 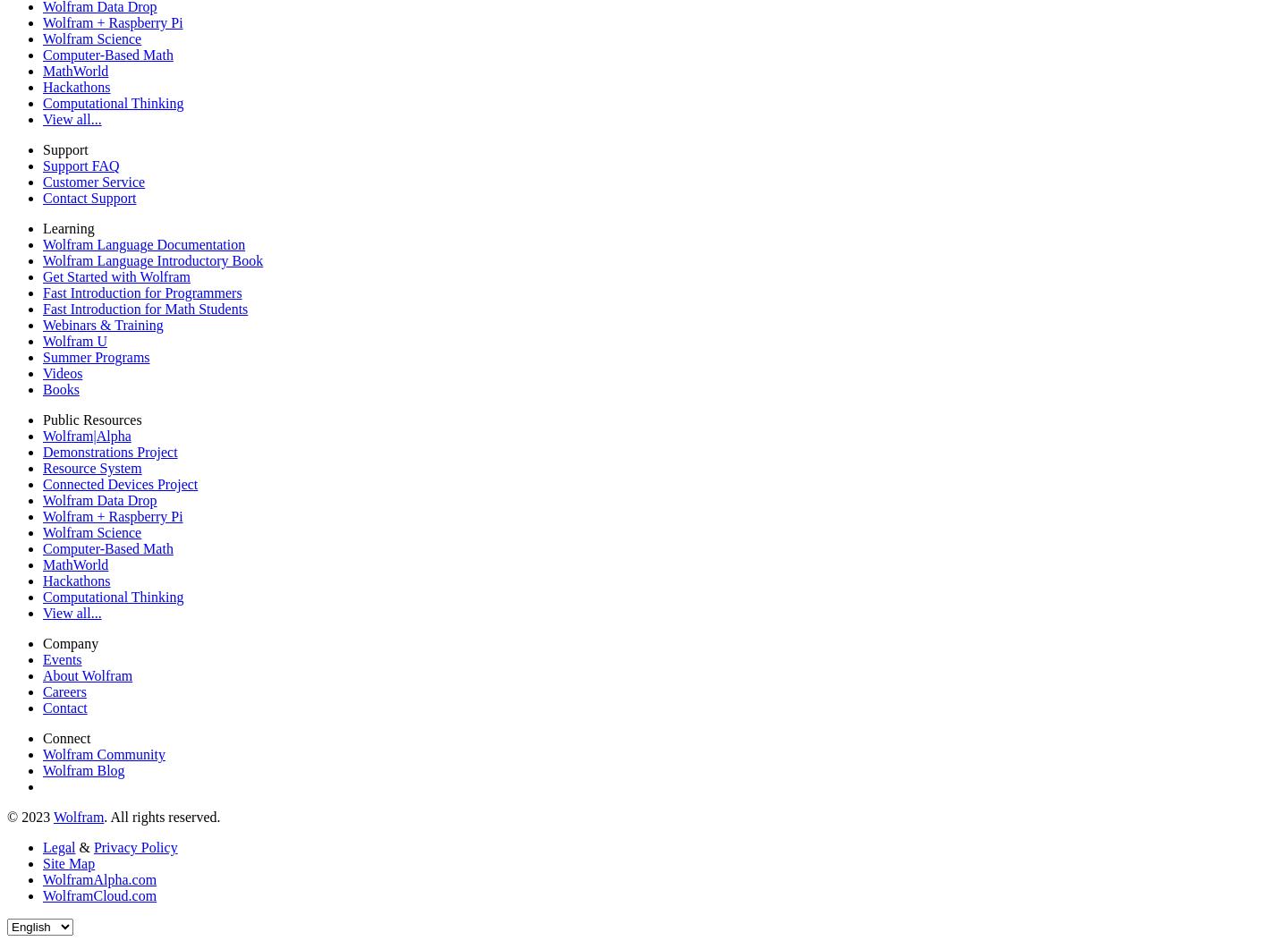 What do you see at coordinates (68, 227) in the screenshot?
I see `'Learning'` at bounding box center [68, 227].